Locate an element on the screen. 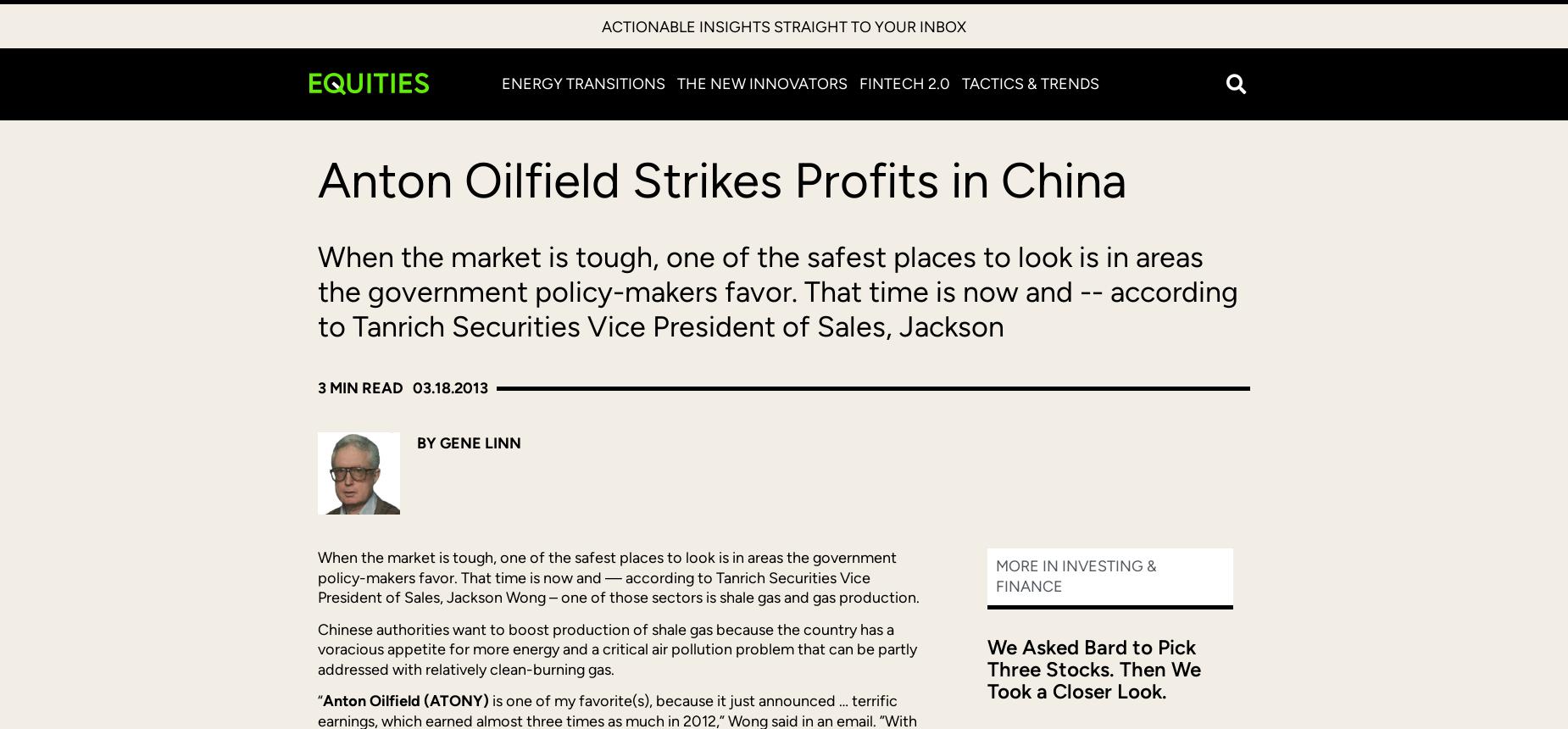  'Actionable insights straight to your inbox' is located at coordinates (784, 26).